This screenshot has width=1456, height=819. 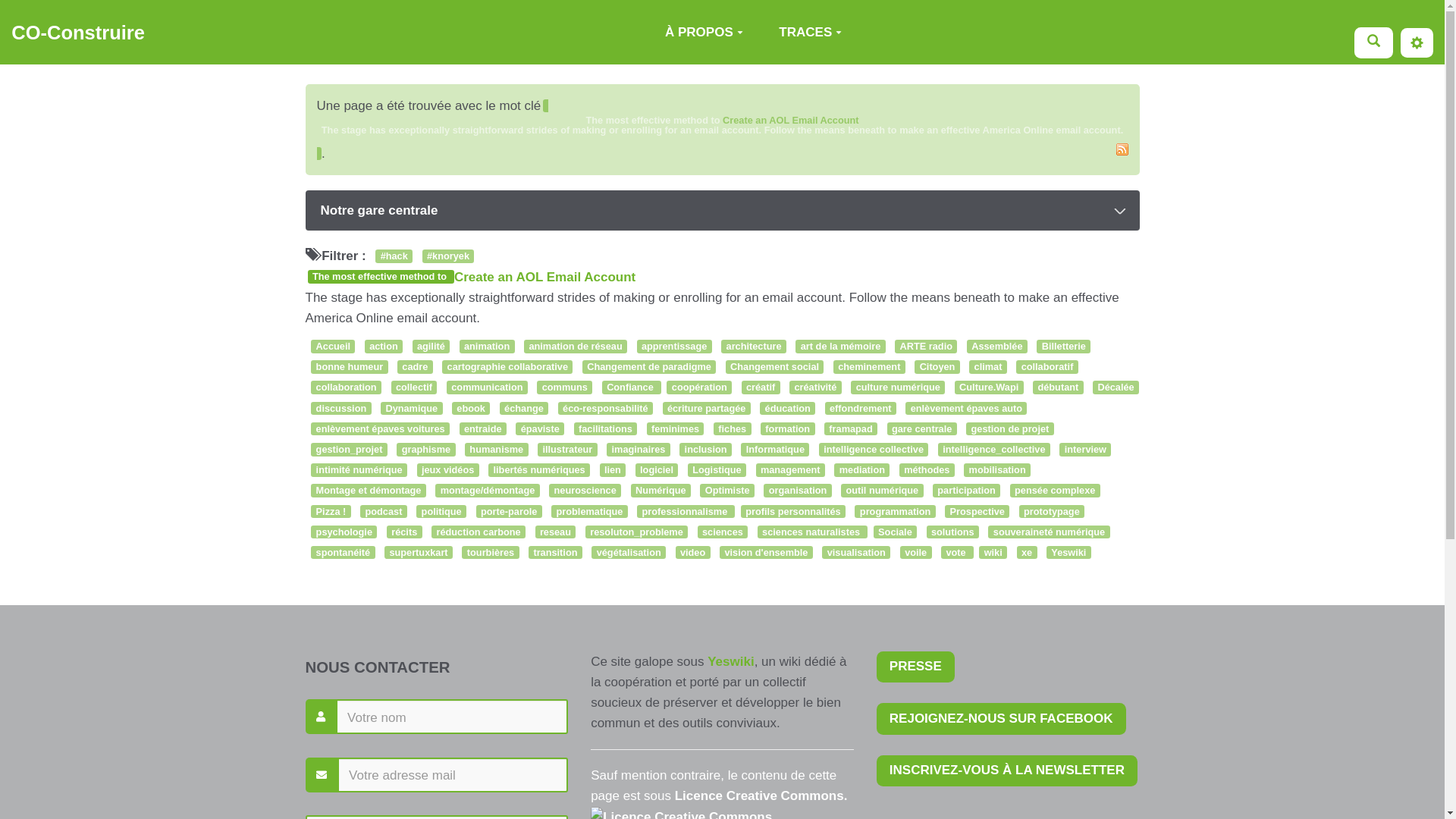 What do you see at coordinates (869, 366) in the screenshot?
I see `'cheminement'` at bounding box center [869, 366].